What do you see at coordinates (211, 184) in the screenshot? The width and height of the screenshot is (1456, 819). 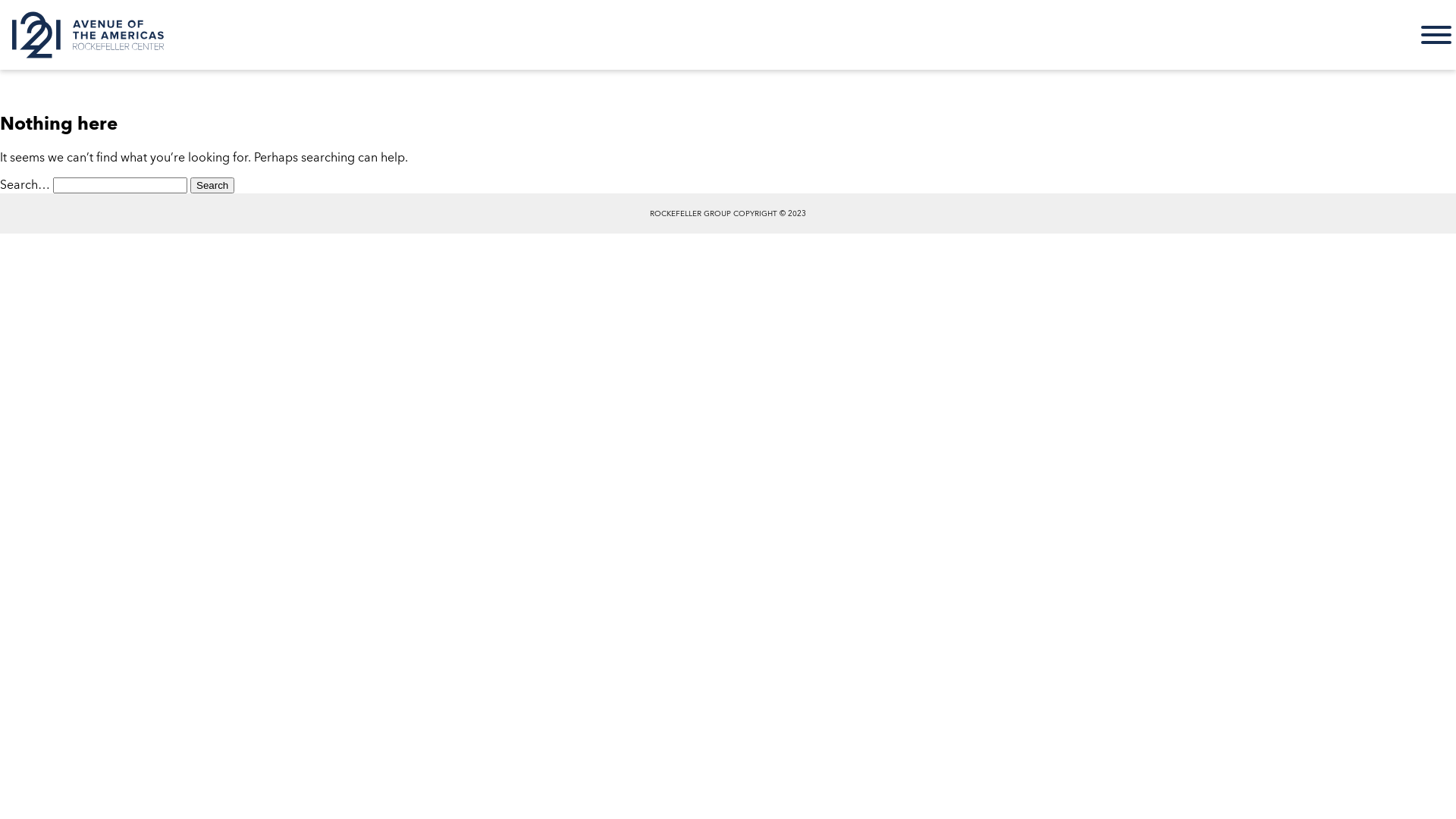 I see `'Search'` at bounding box center [211, 184].